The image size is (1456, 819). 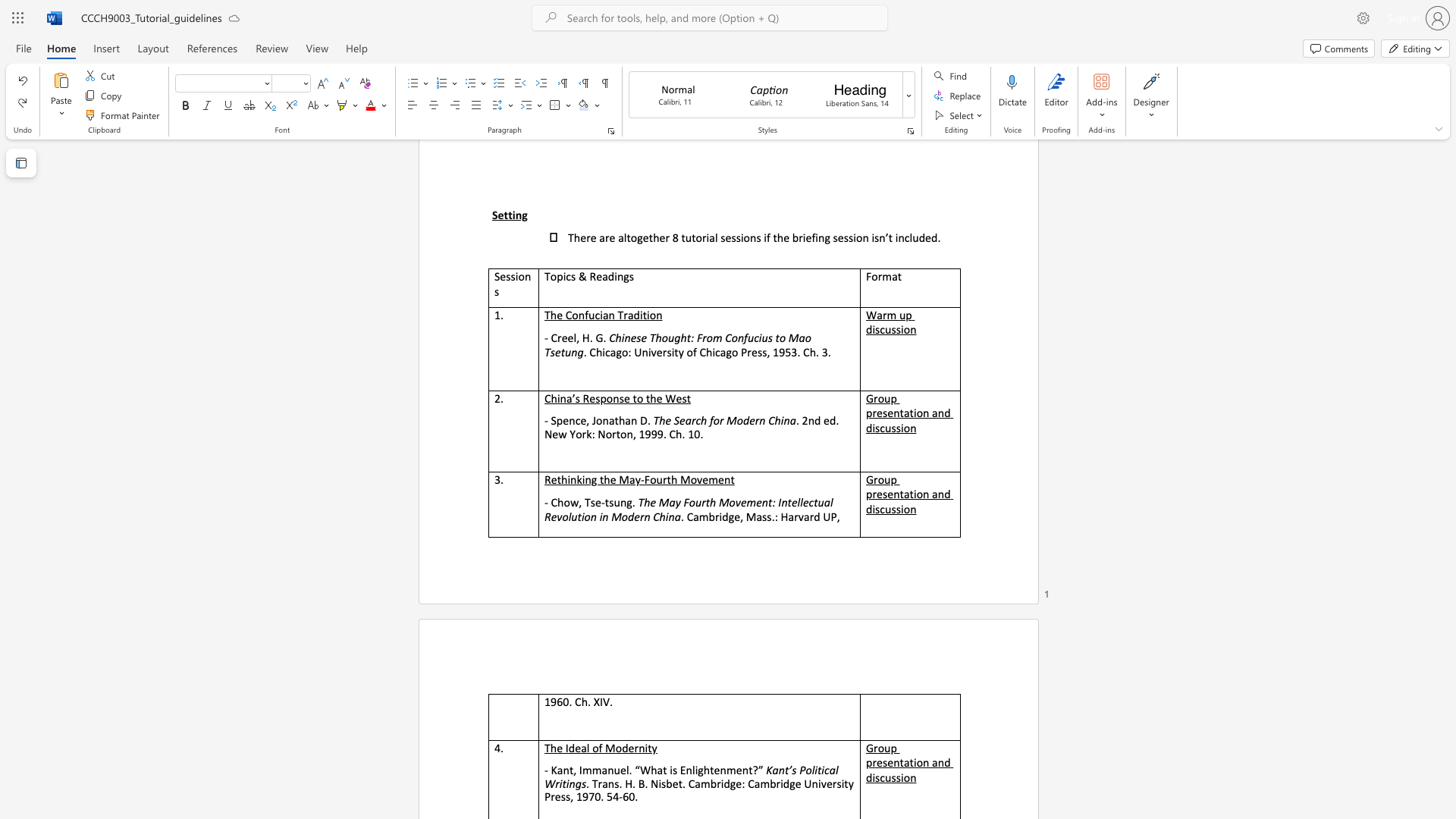 I want to click on the subset text "V." within the text "1960. Ch. XIV.", so click(x=602, y=701).